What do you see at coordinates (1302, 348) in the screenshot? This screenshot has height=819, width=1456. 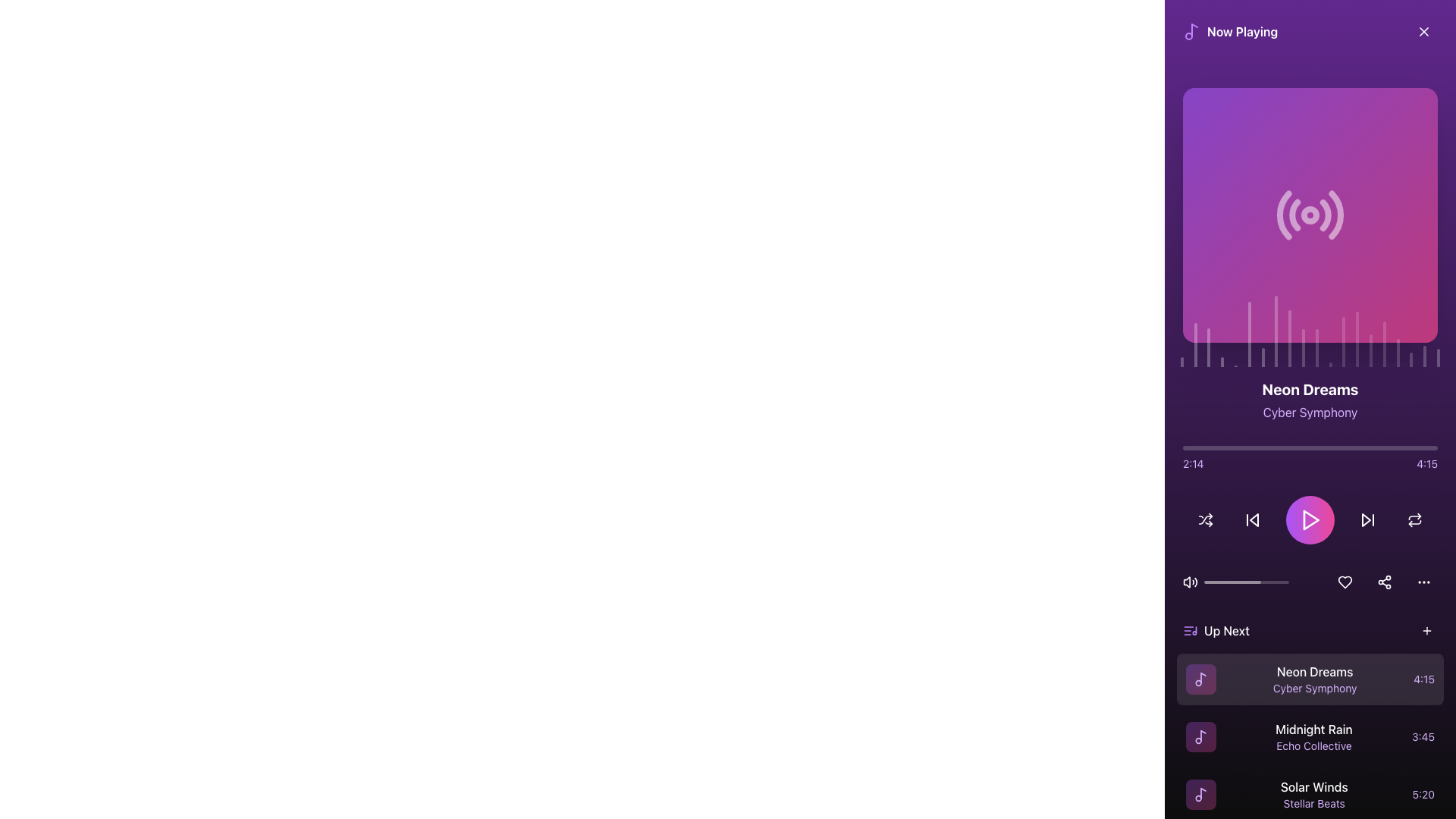 I see `the 10th vertical visual indicator bar from the left, which has a light white overlay and rounded edges, positioned within a horizontal series of similar bars` at bounding box center [1302, 348].